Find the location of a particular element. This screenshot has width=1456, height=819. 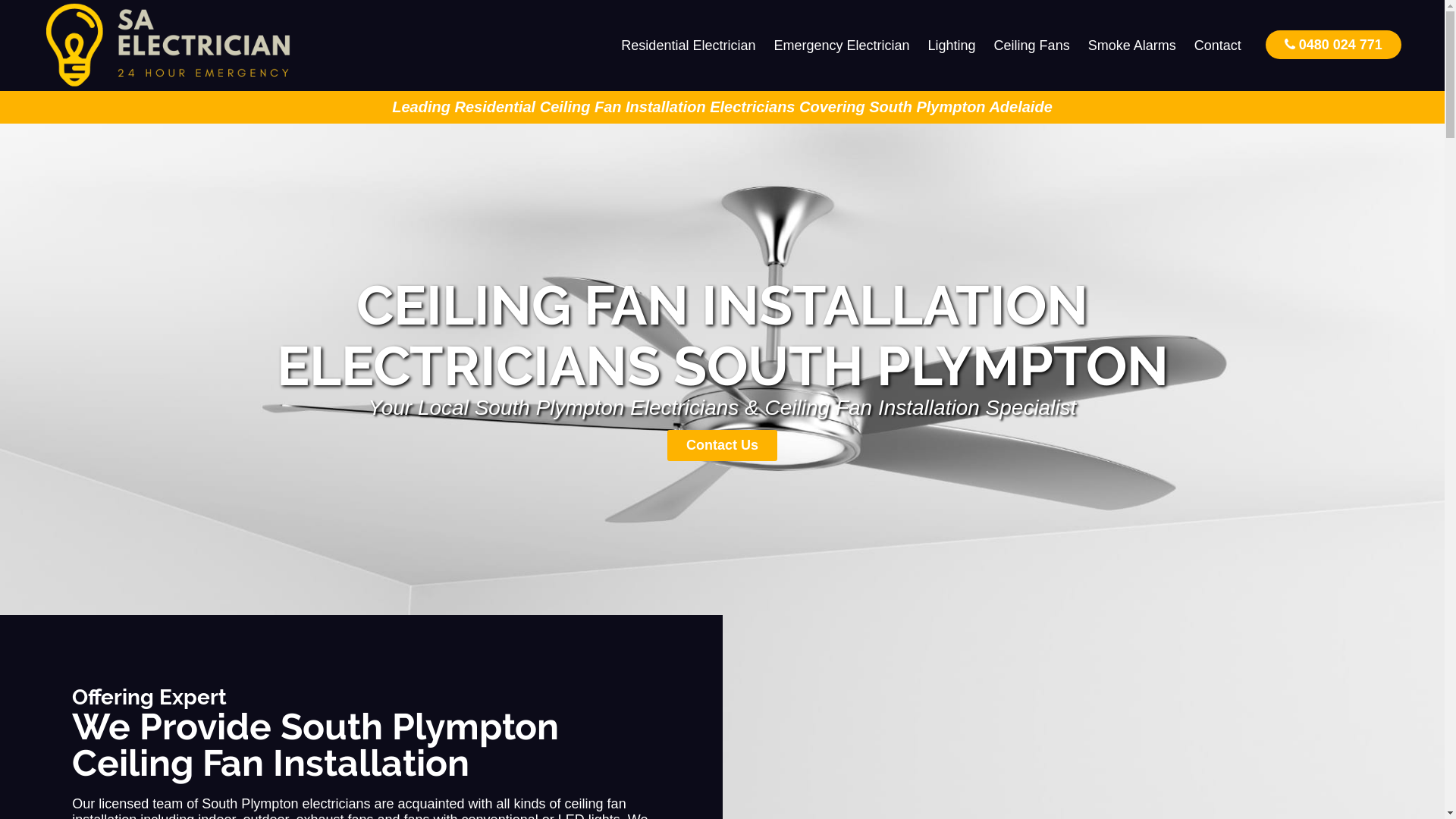

'Residential Electrician' is located at coordinates (611, 45).